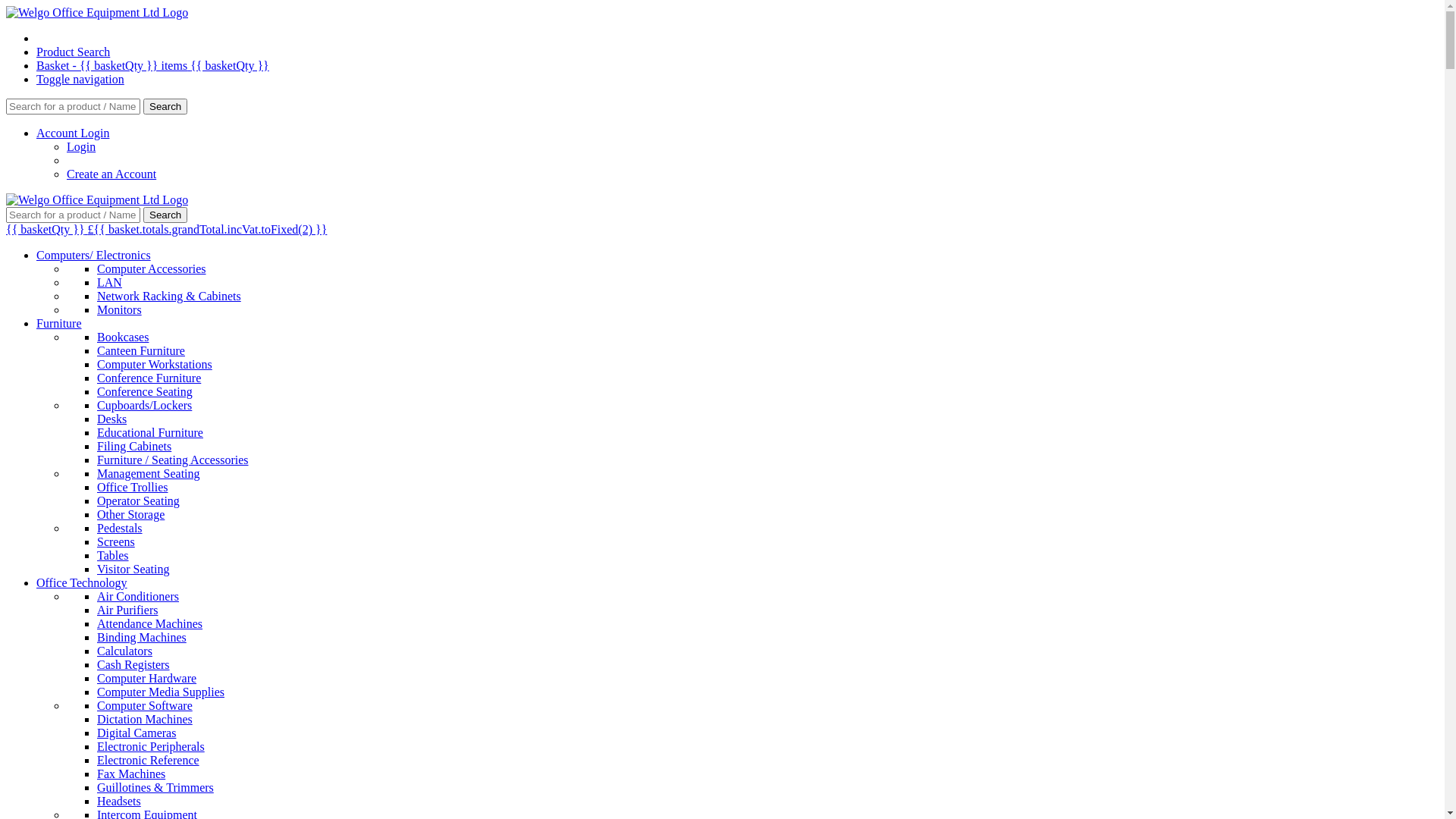  What do you see at coordinates (155, 786) in the screenshot?
I see `'Guillotines & Trimmers'` at bounding box center [155, 786].